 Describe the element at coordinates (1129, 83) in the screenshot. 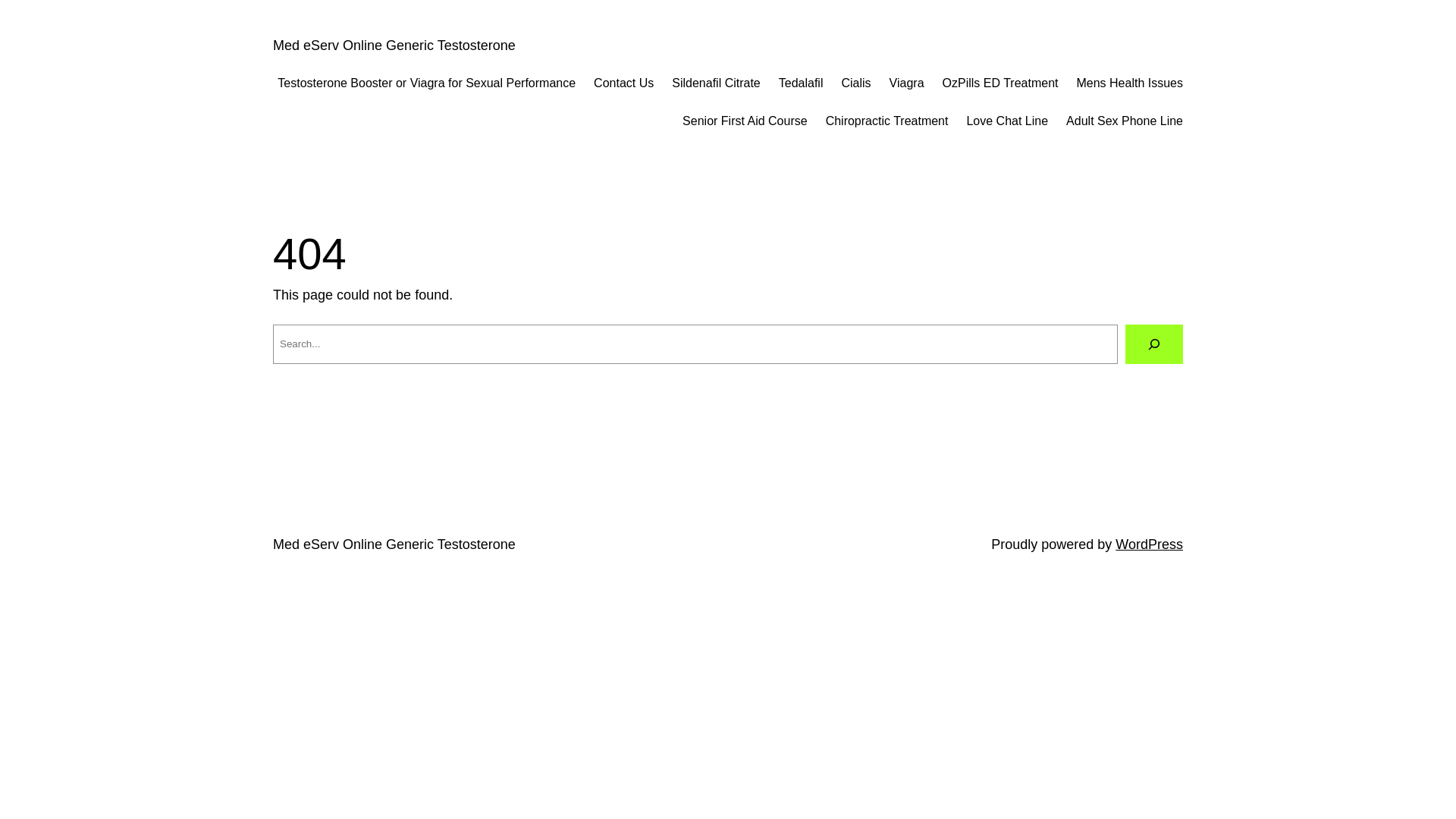

I see `'Mens Health Issues'` at that location.